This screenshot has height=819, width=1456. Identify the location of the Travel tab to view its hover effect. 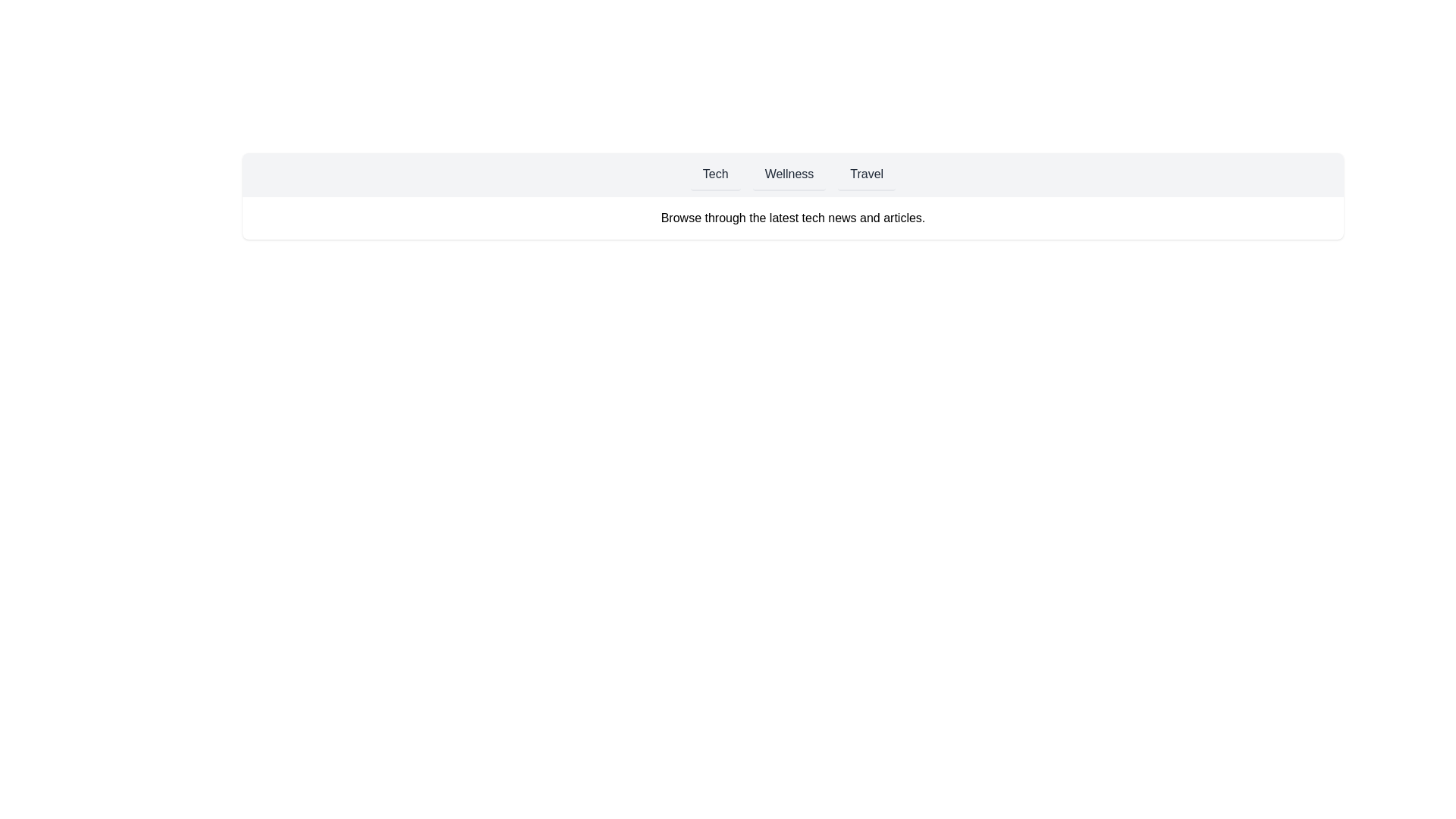
(867, 174).